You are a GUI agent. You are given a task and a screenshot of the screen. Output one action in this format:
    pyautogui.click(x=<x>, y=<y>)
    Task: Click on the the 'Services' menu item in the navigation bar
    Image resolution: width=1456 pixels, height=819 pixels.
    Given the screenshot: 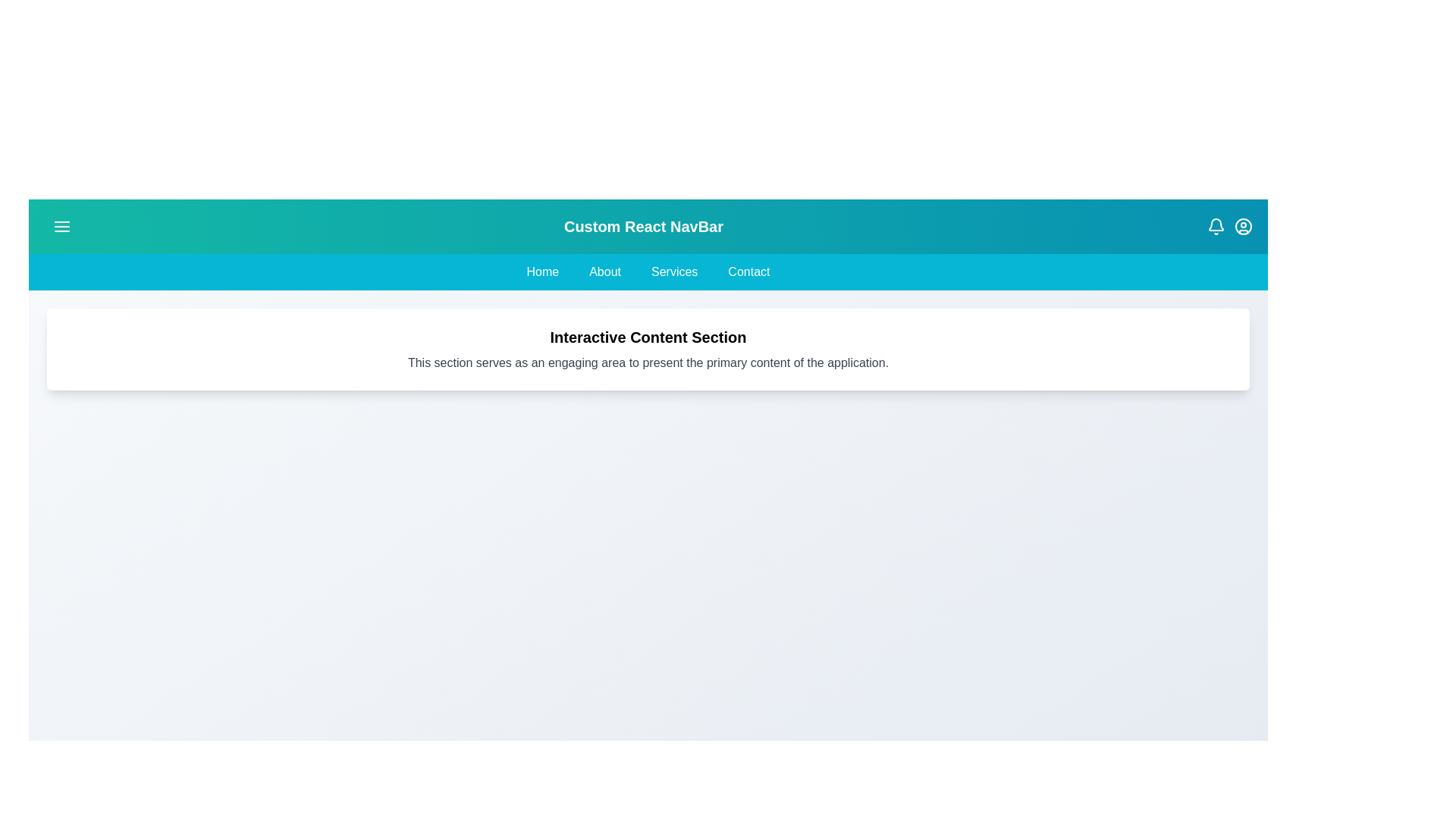 What is the action you would take?
    pyautogui.click(x=673, y=271)
    